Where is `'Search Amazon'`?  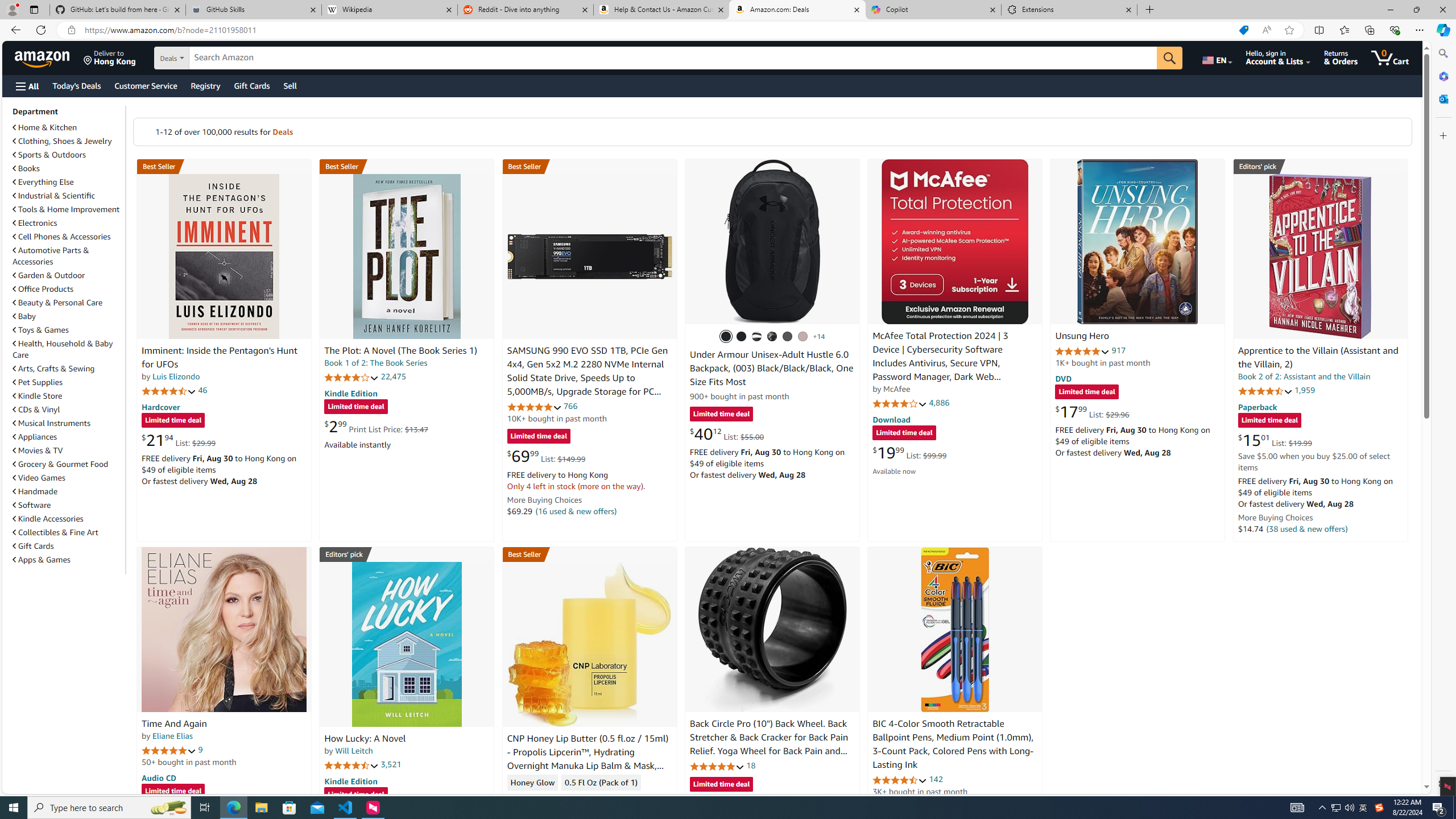 'Search Amazon' is located at coordinates (673, 58).